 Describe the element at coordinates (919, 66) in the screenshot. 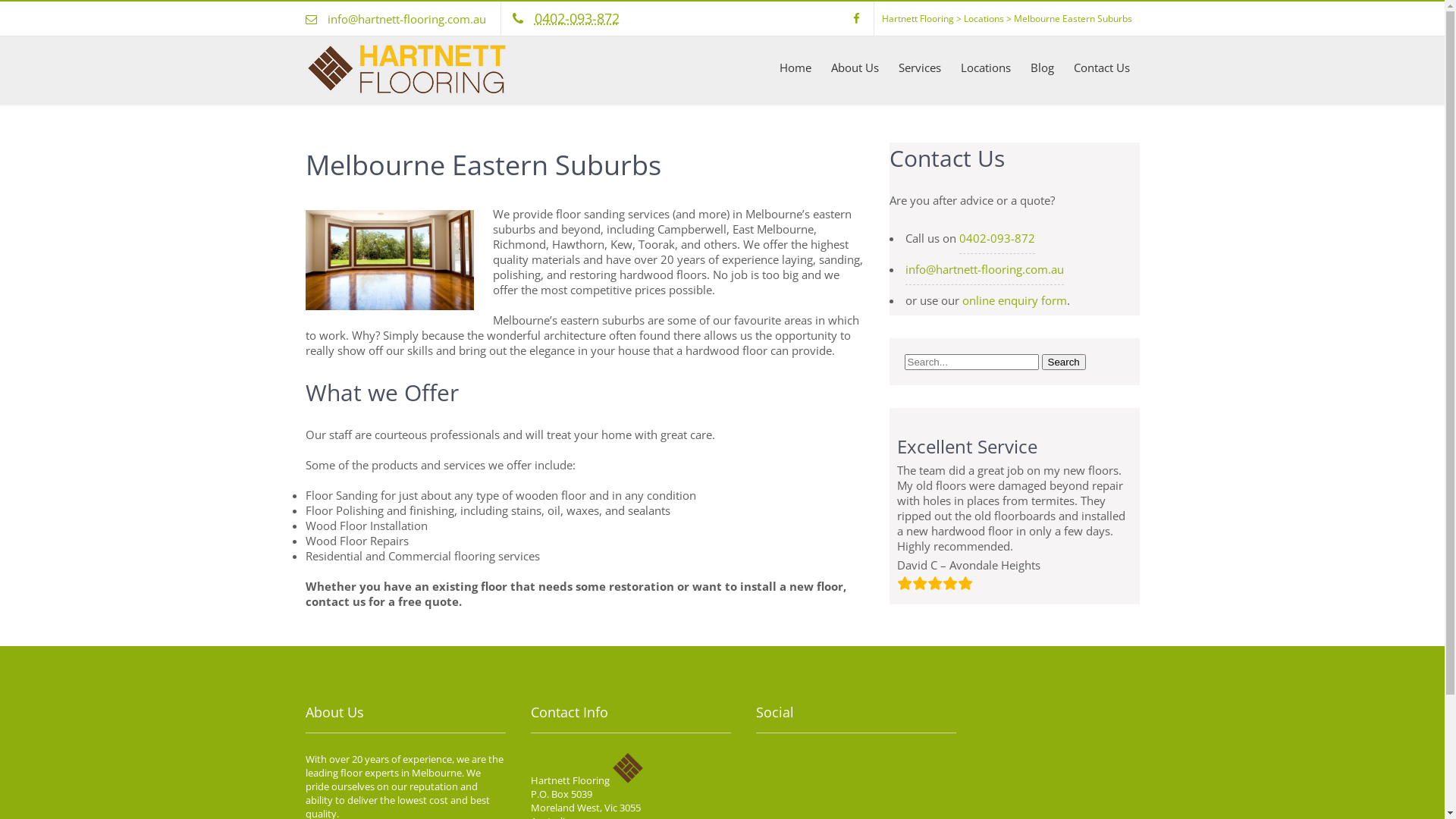

I see `'Services'` at that location.